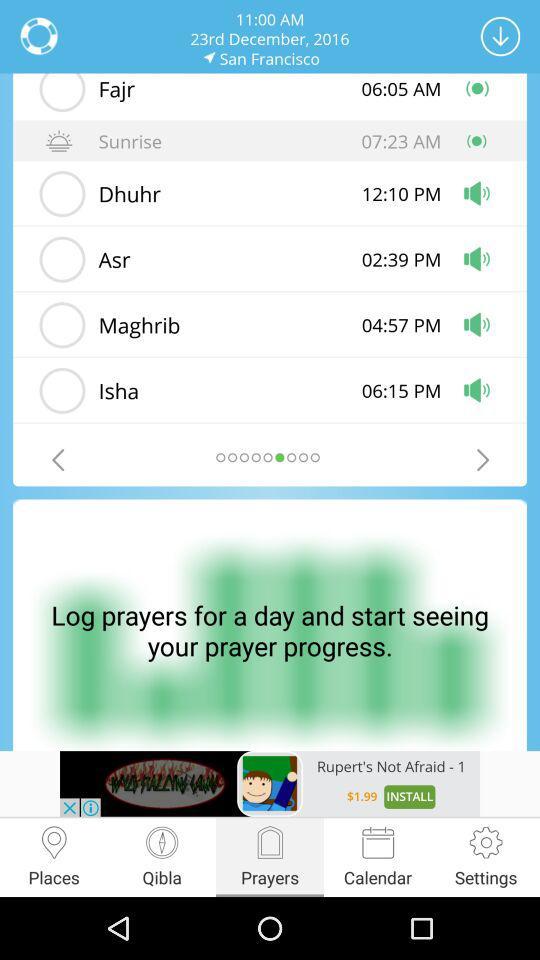 This screenshot has height=960, width=540. I want to click on the arrow_backward icon, so click(59, 459).